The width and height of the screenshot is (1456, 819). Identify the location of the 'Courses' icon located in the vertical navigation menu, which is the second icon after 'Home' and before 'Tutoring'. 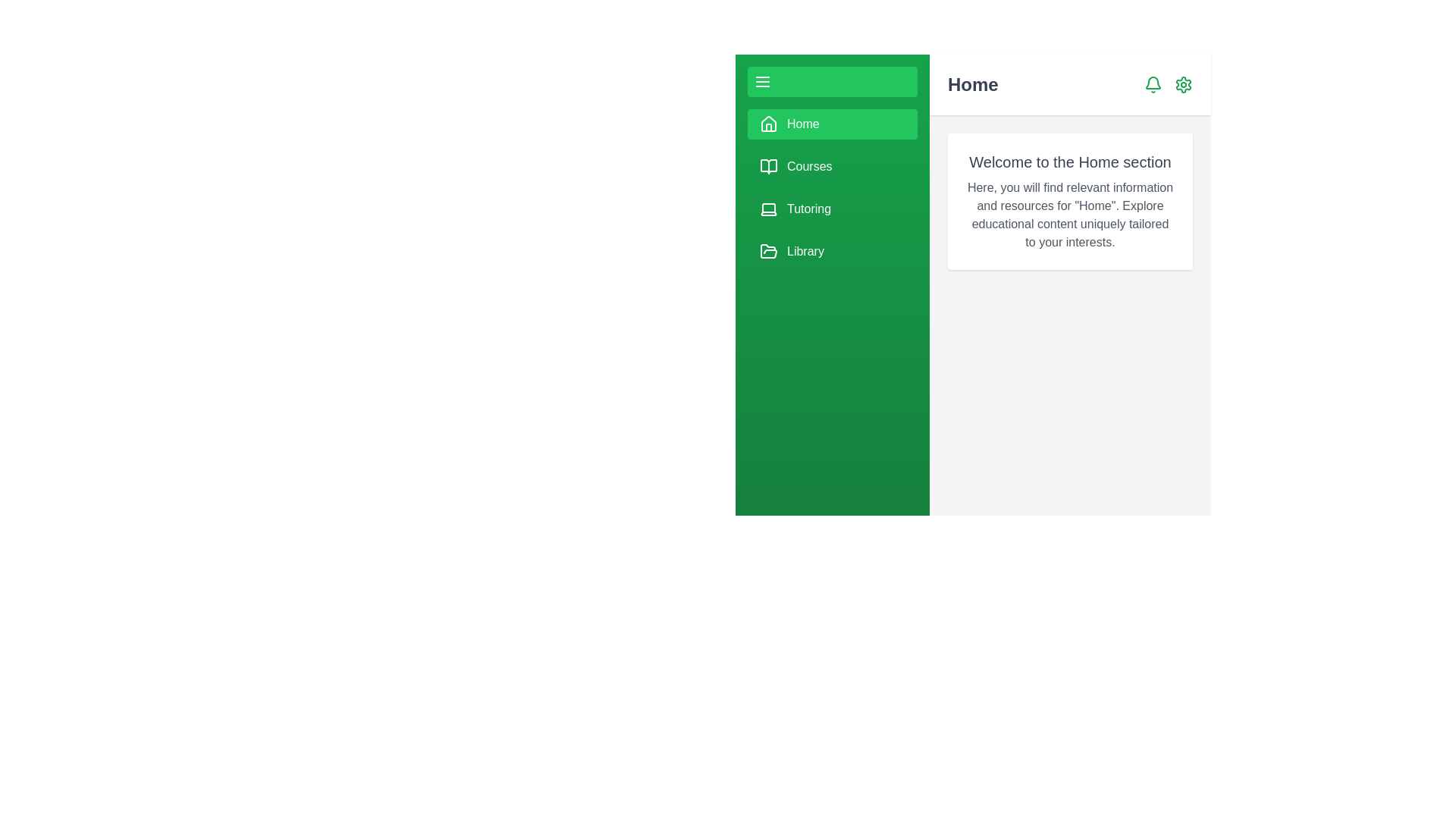
(768, 166).